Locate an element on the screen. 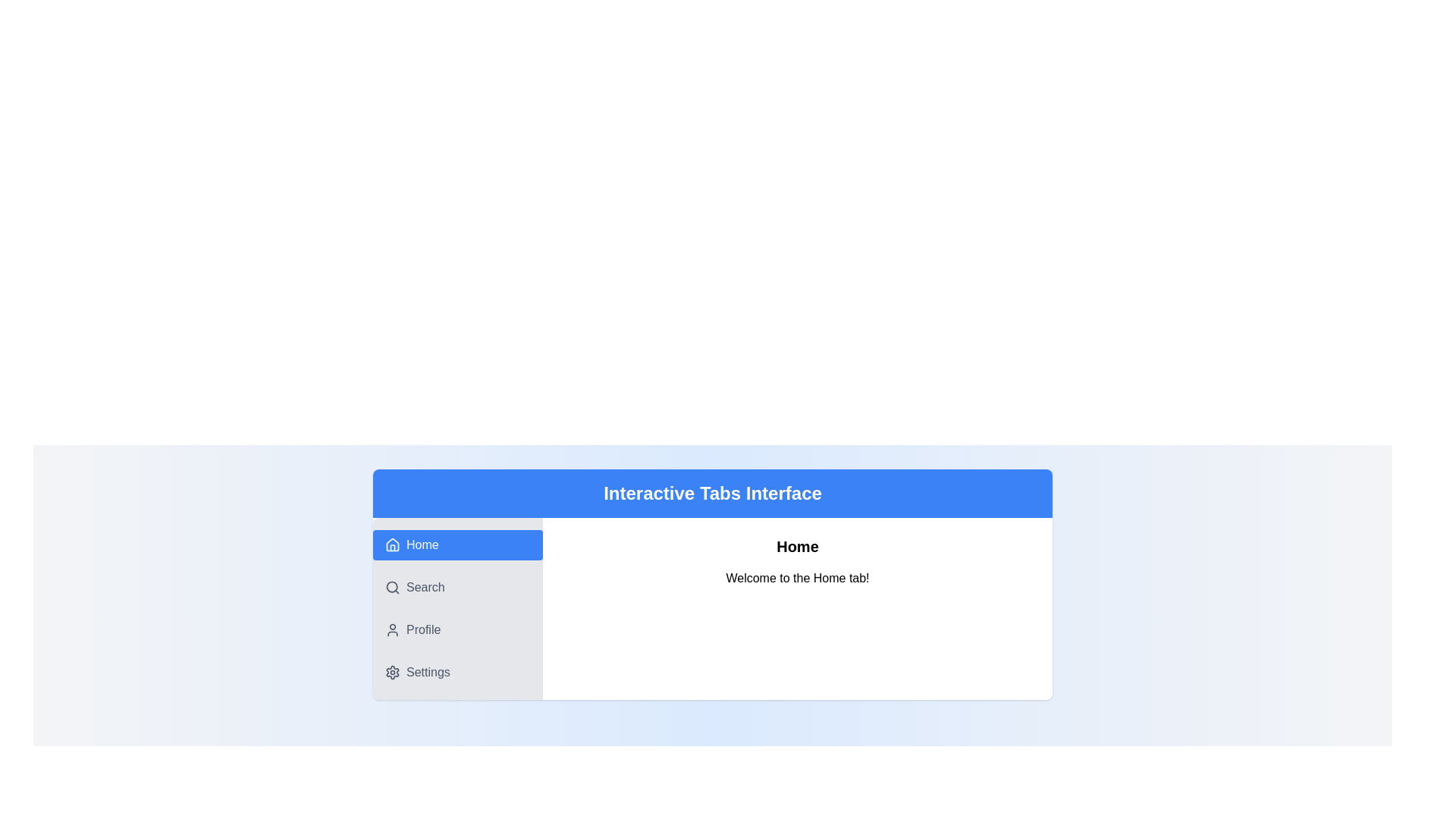 The image size is (1456, 819). the Profile tab by clicking on its corresponding tab element is located at coordinates (457, 629).